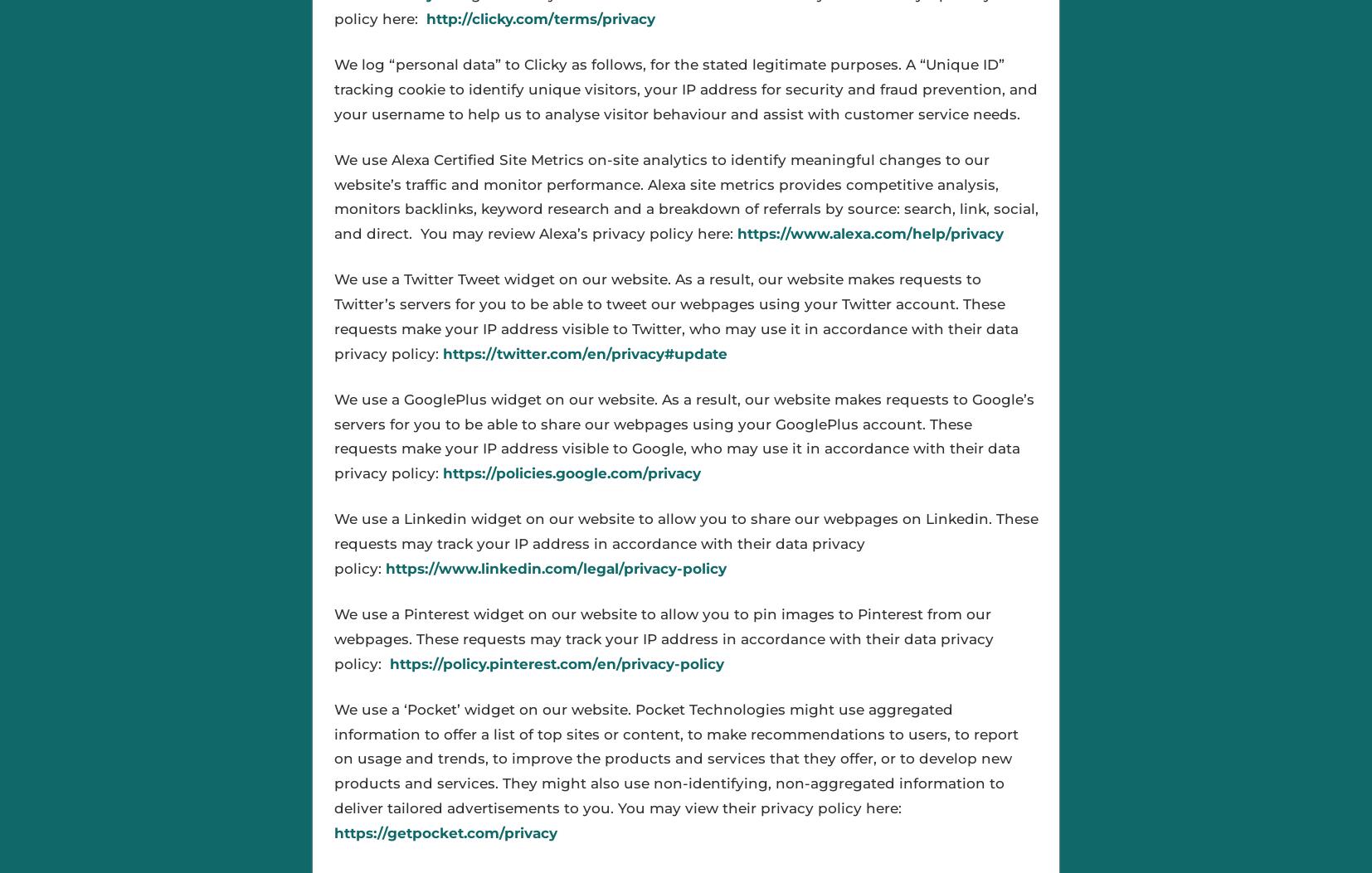  Describe the element at coordinates (332, 638) in the screenshot. I see `'We use a Pinterest widget on our website to allow you to pin images to Pinterest from our webpages. These requests may track your IP address in accordance with their data privacy policy:'` at that location.